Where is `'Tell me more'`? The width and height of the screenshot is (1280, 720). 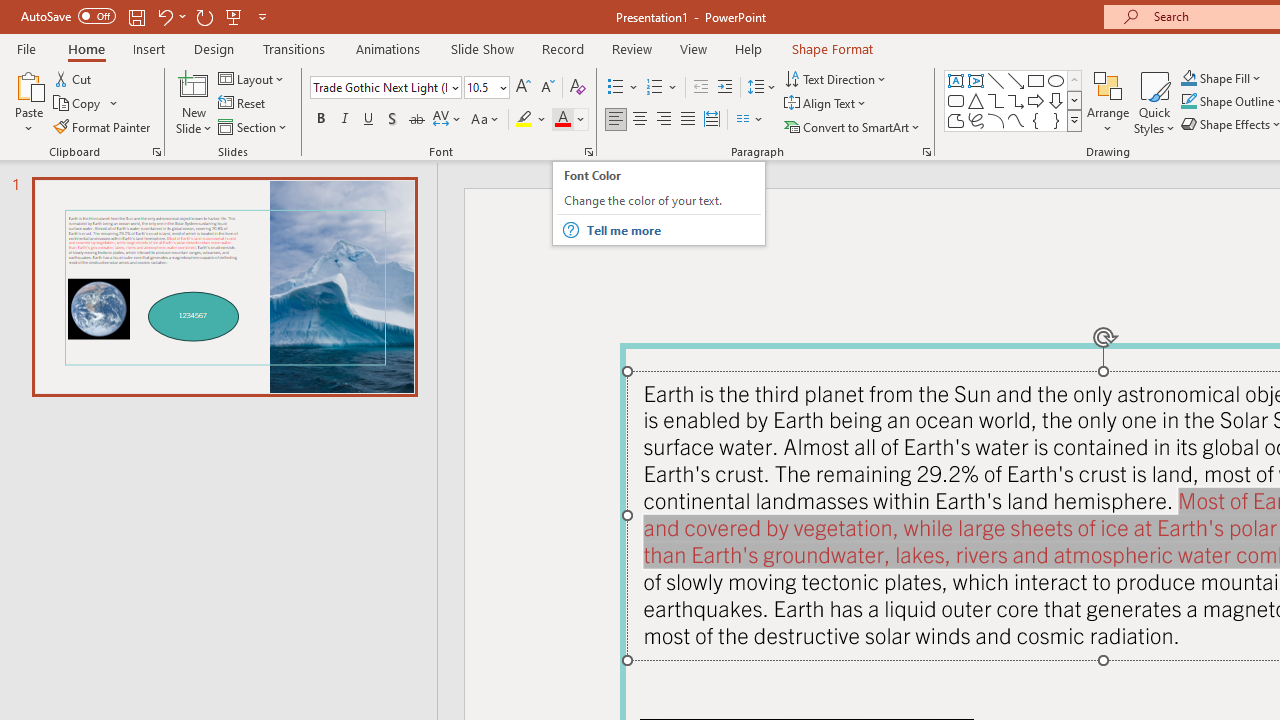 'Tell me more' is located at coordinates (673, 229).